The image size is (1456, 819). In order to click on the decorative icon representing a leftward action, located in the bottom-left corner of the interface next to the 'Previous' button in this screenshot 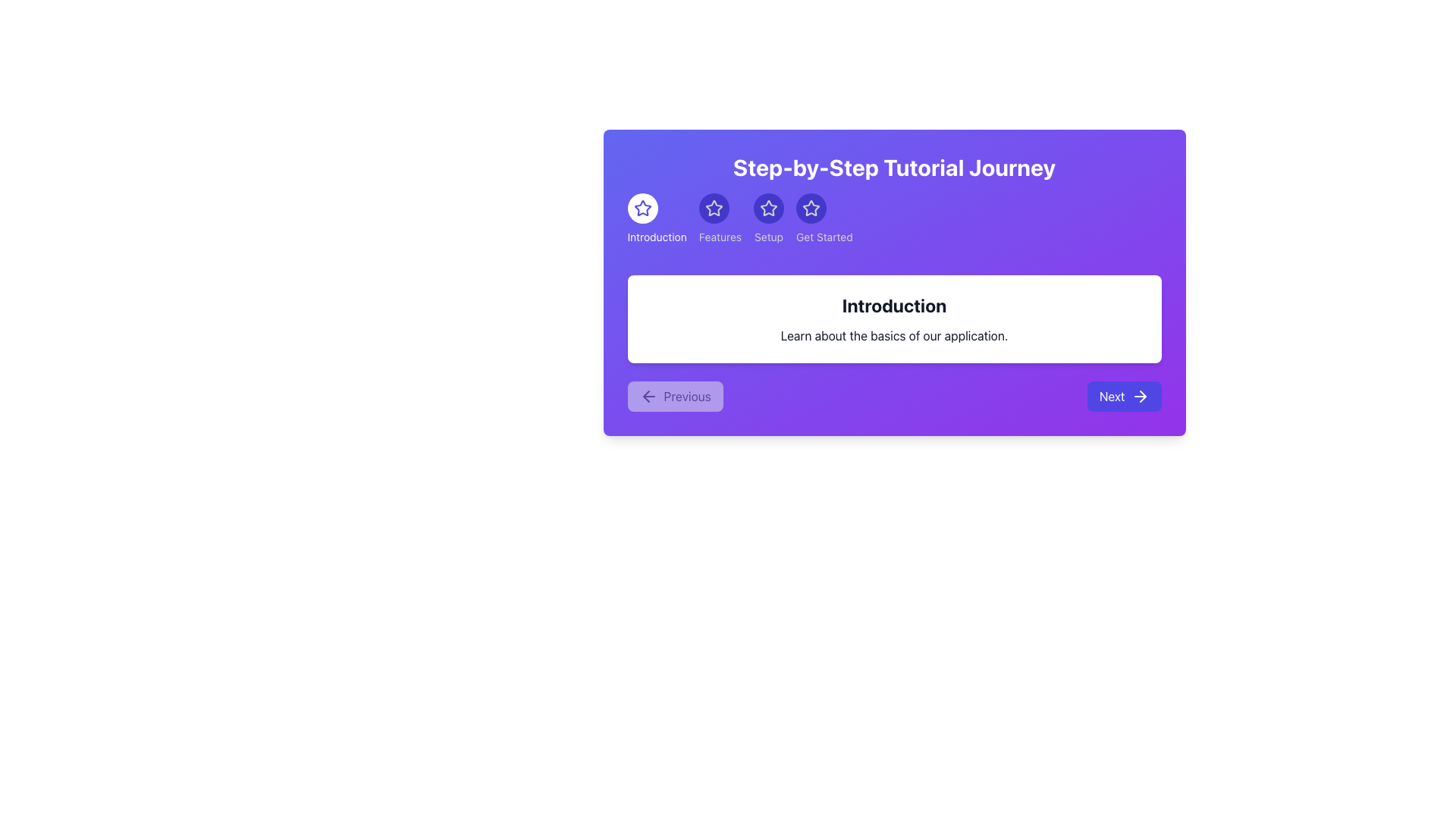, I will do `click(645, 396)`.